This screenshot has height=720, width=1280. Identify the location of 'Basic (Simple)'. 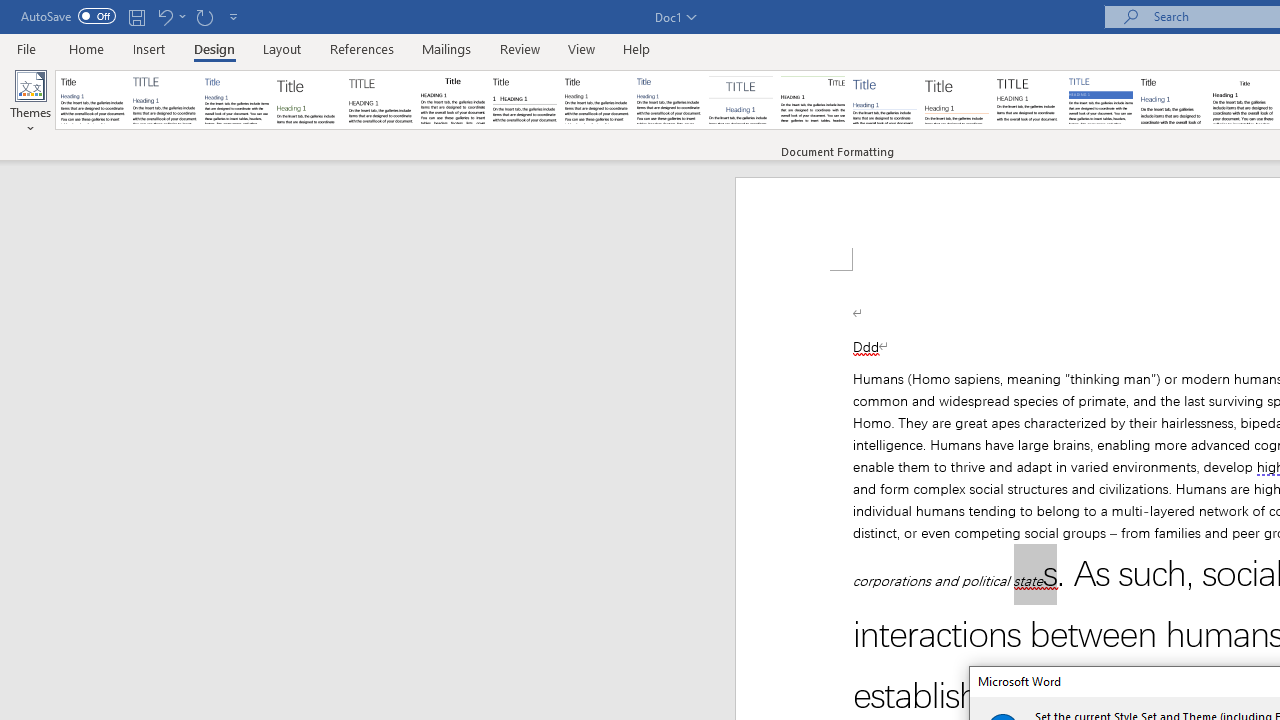
(236, 100).